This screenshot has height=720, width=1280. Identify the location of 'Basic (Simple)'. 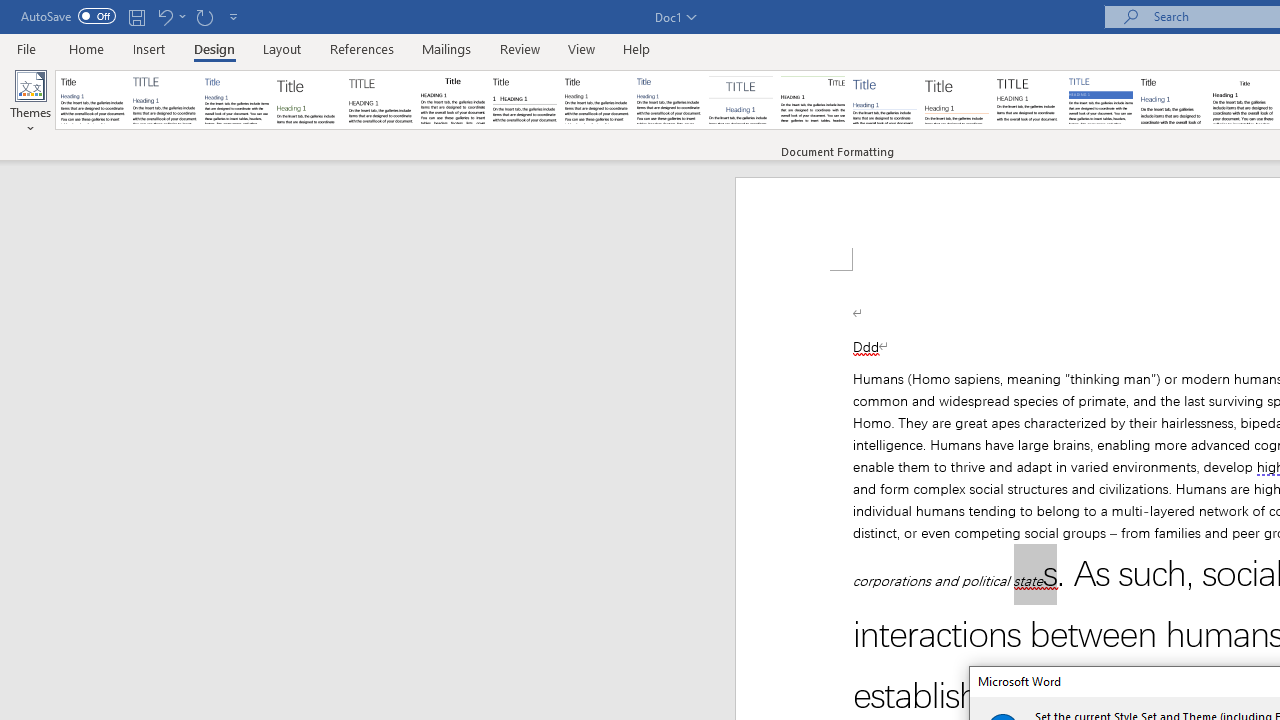
(236, 100).